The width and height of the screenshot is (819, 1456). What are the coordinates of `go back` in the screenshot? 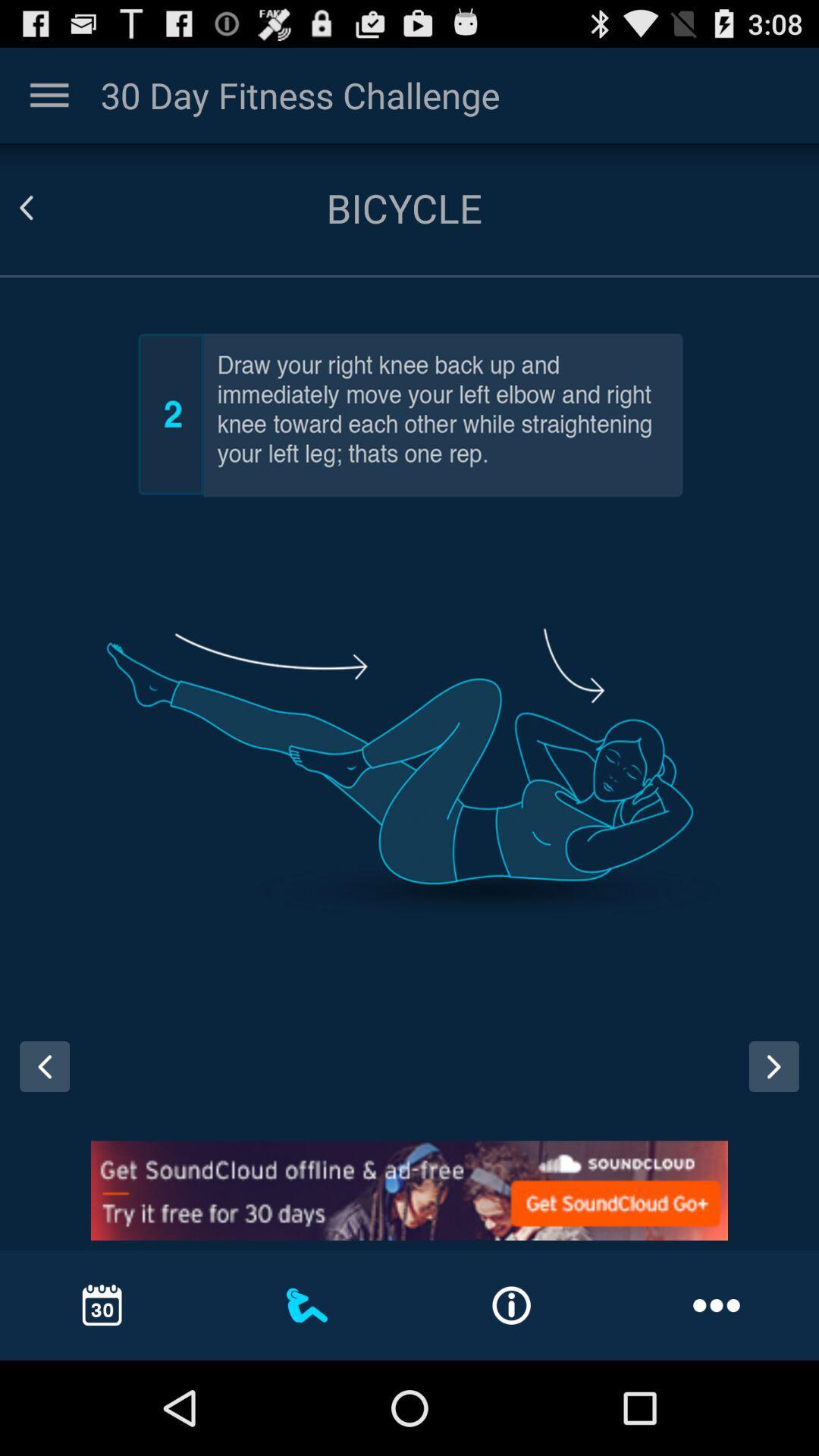 It's located at (39, 1080).